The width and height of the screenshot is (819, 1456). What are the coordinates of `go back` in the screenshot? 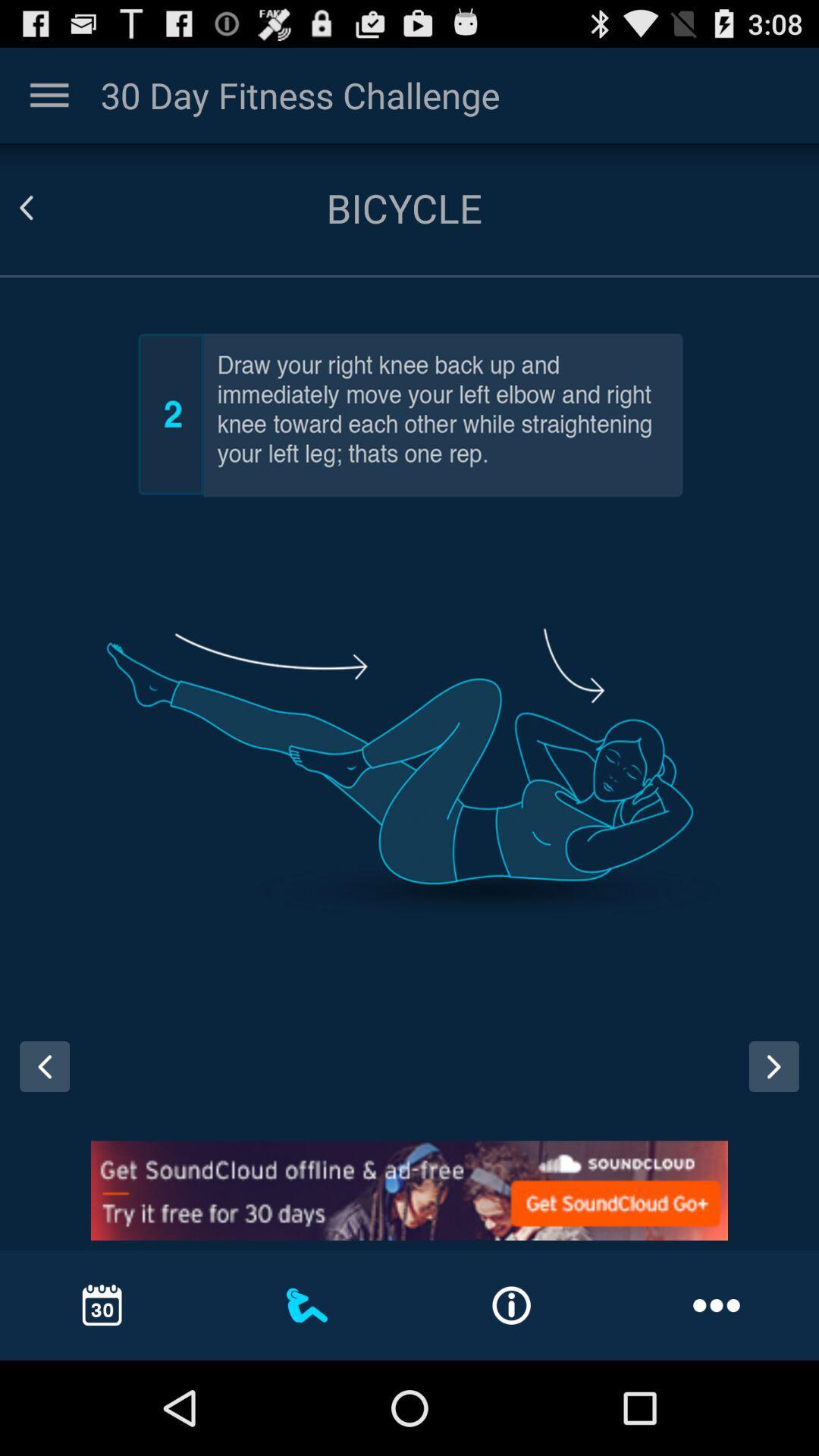 It's located at (39, 1080).